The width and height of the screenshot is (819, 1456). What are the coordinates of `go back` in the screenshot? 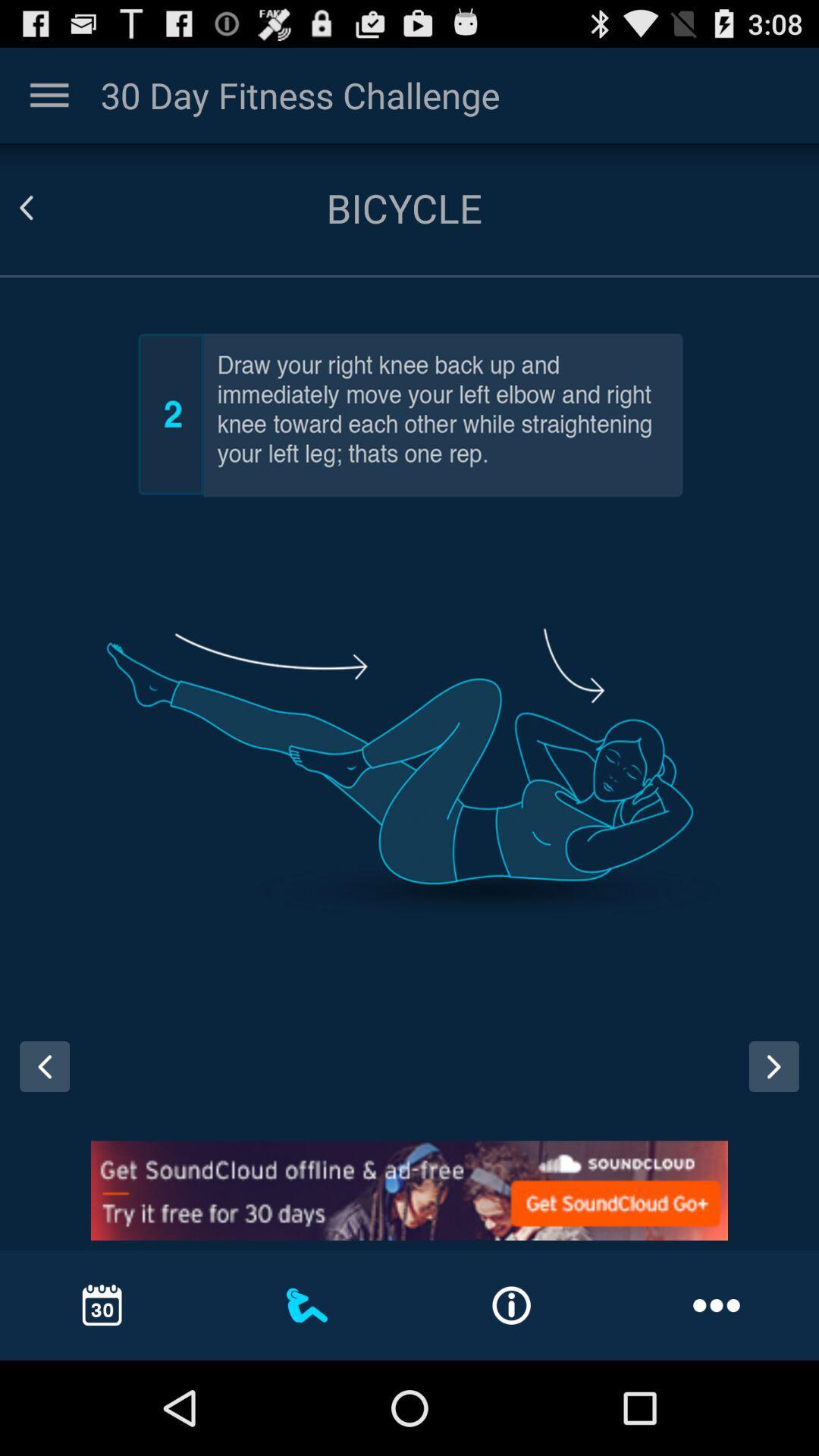 It's located at (39, 1080).